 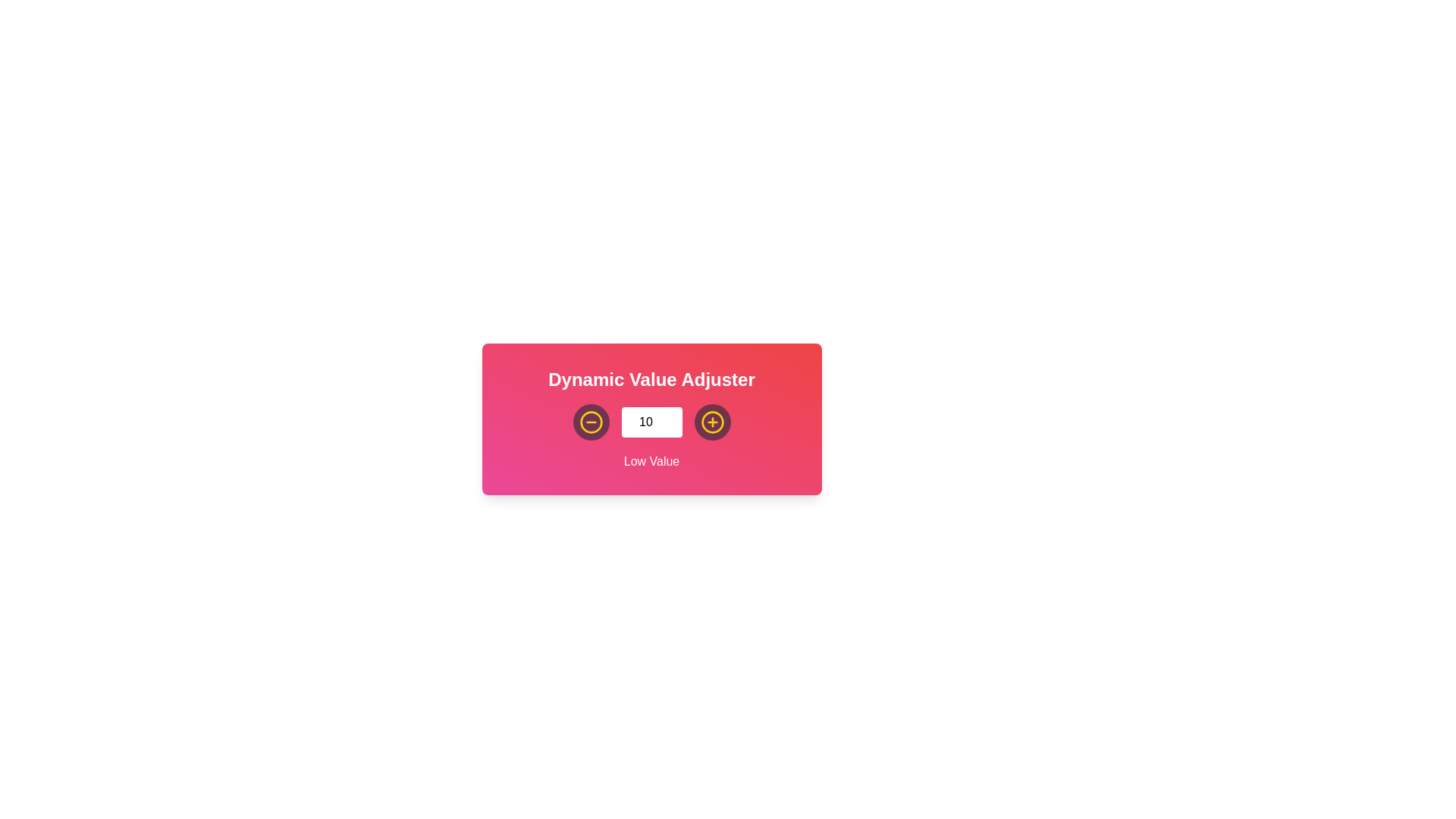 I want to click on the button located at the leftmost position of a horizontal row to decrease the numerical value in the adjacent input field, so click(x=590, y=422).